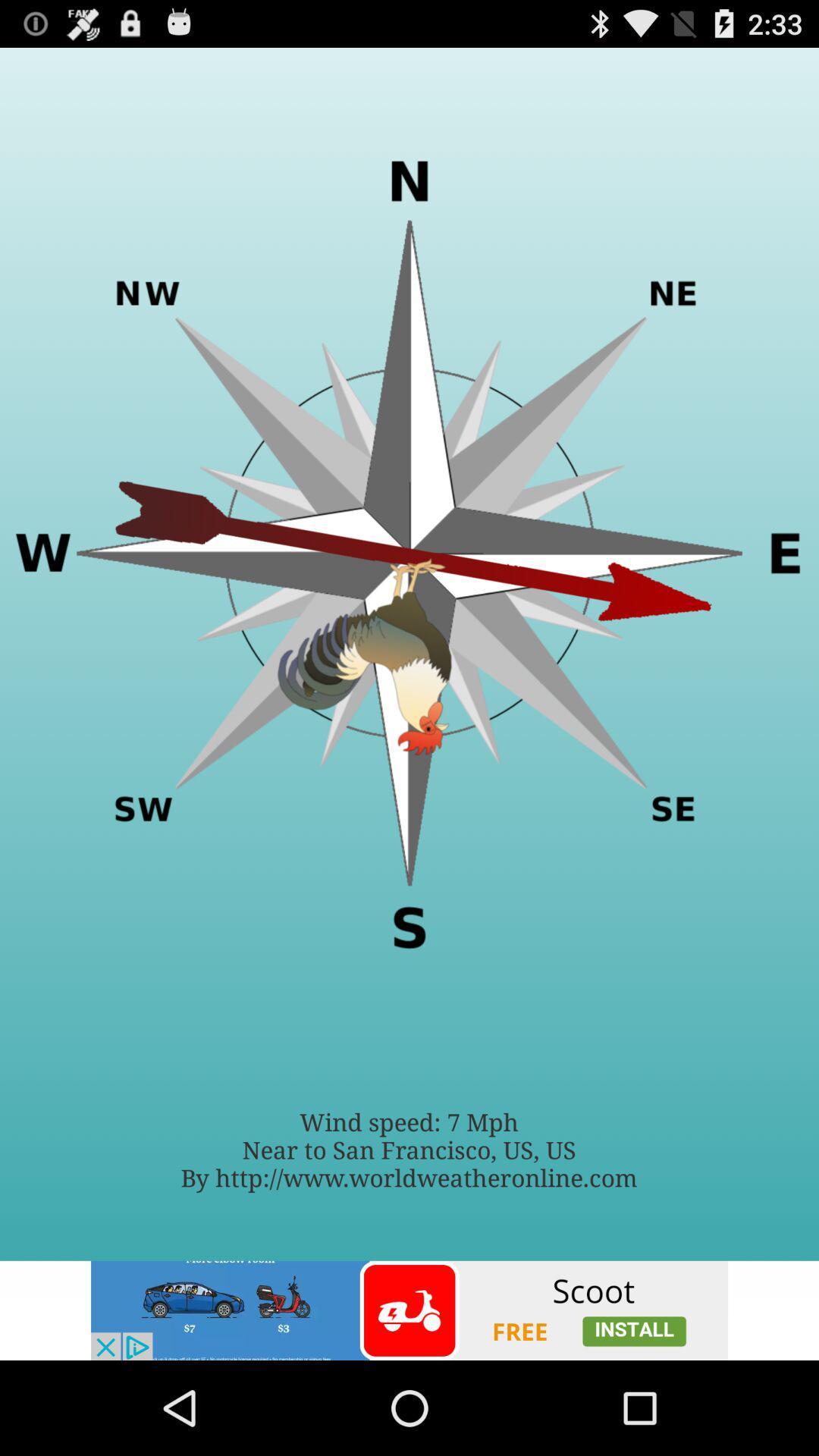 The image size is (819, 1456). Describe the element at coordinates (409, 1310) in the screenshot. I see `advertisement for scoot` at that location.